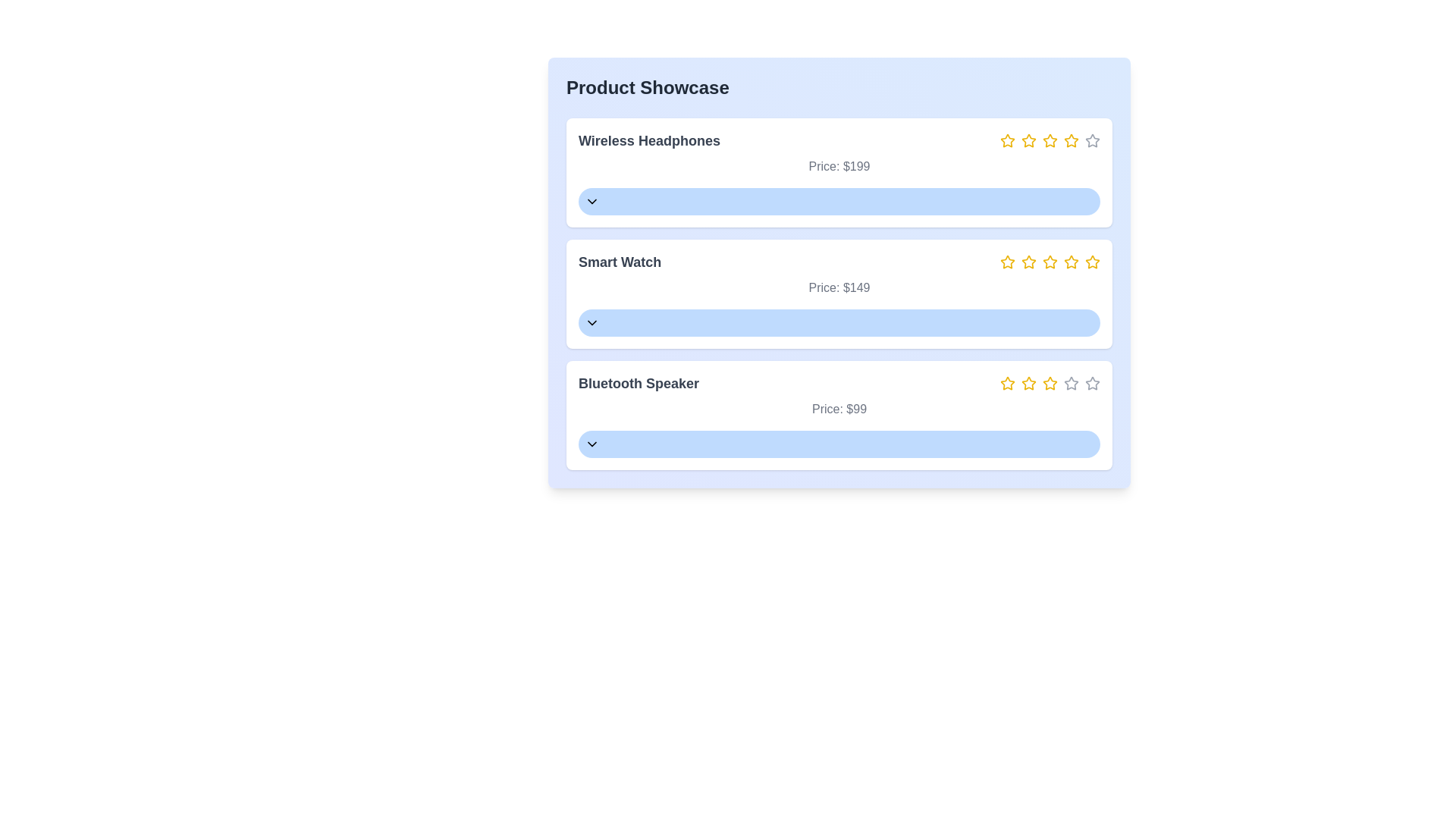  Describe the element at coordinates (1007, 140) in the screenshot. I see `the first star icon` at that location.